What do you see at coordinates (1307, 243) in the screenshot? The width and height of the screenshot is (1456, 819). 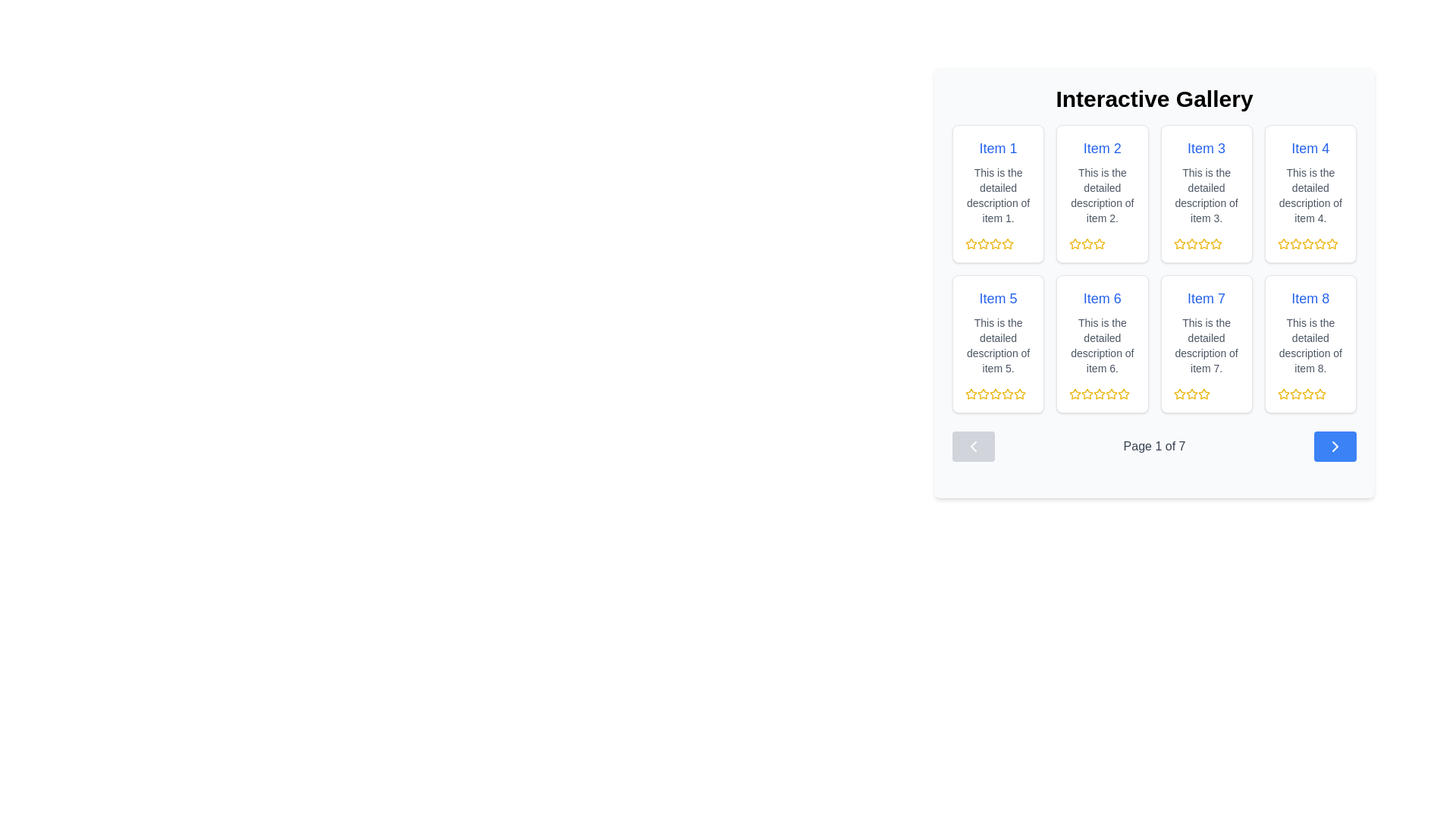 I see `the yellow star icon, which is the fourth star in a horizontal row of rating stars below the description of Item 4` at bounding box center [1307, 243].